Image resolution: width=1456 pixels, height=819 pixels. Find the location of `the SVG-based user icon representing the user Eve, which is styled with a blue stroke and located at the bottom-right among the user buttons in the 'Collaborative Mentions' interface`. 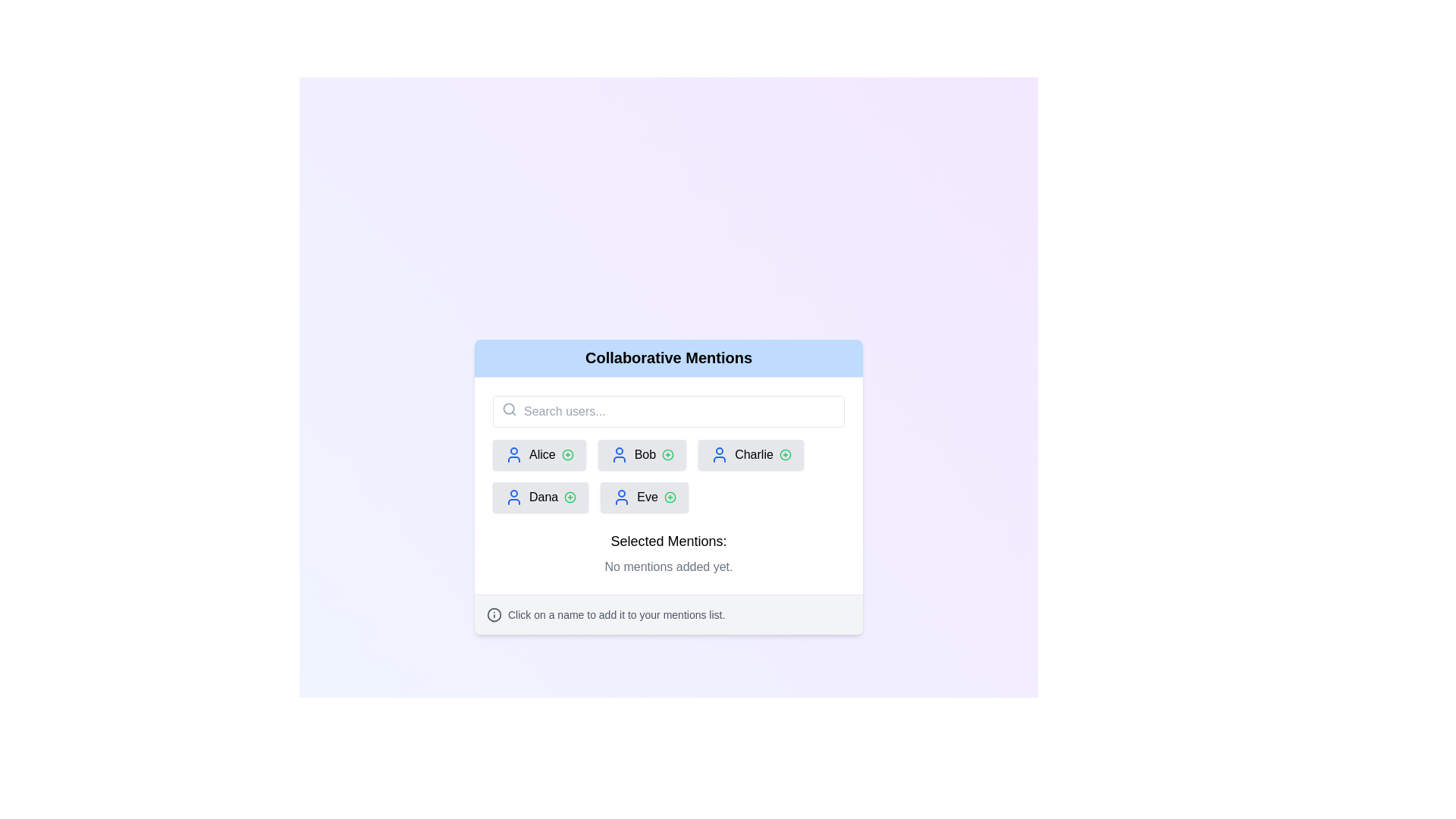

the SVG-based user icon representing the user Eve, which is styled with a blue stroke and located at the bottom-right among the user buttons in the 'Collaborative Mentions' interface is located at coordinates (622, 497).